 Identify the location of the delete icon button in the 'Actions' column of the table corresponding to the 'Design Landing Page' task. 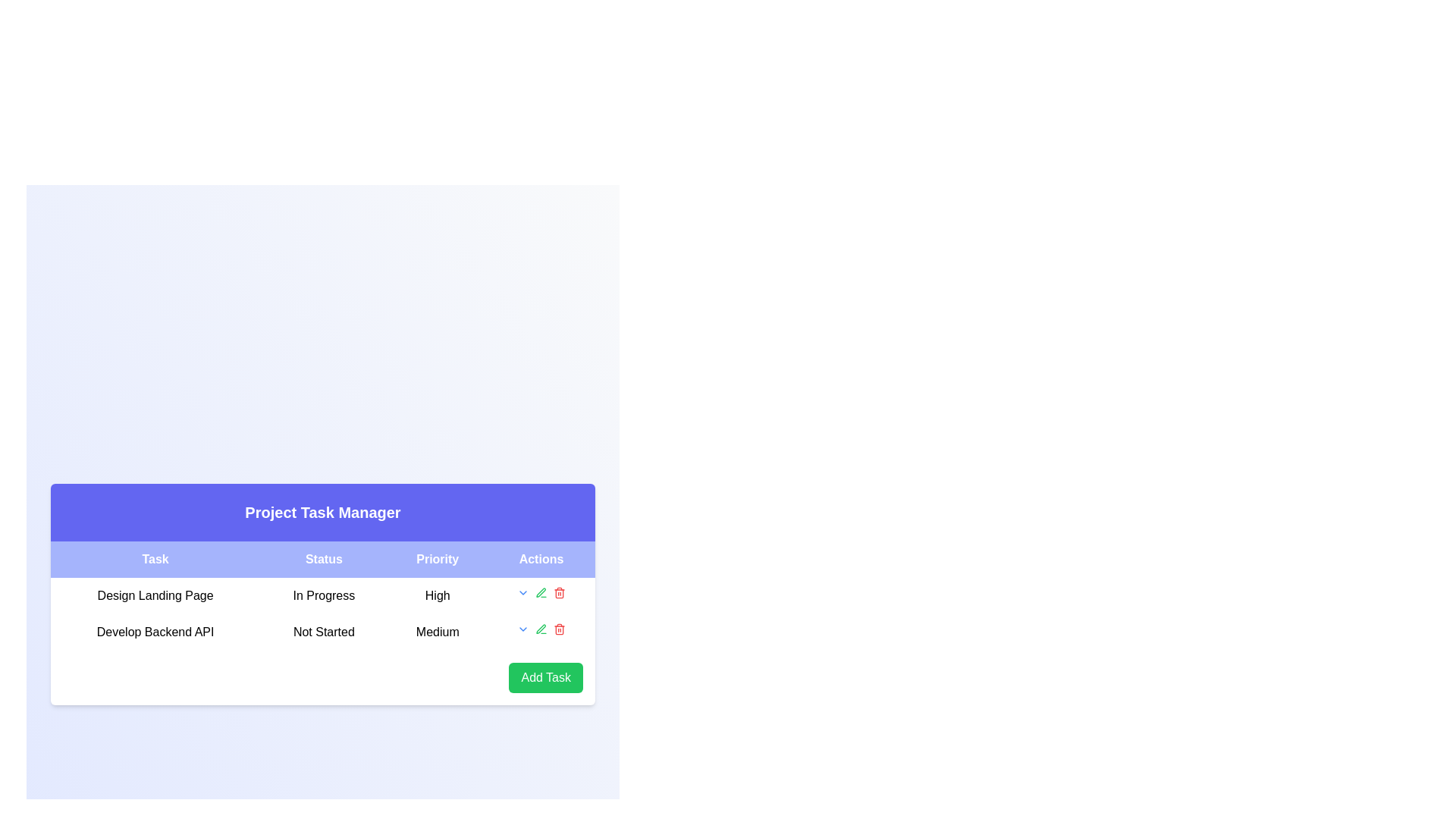
(559, 592).